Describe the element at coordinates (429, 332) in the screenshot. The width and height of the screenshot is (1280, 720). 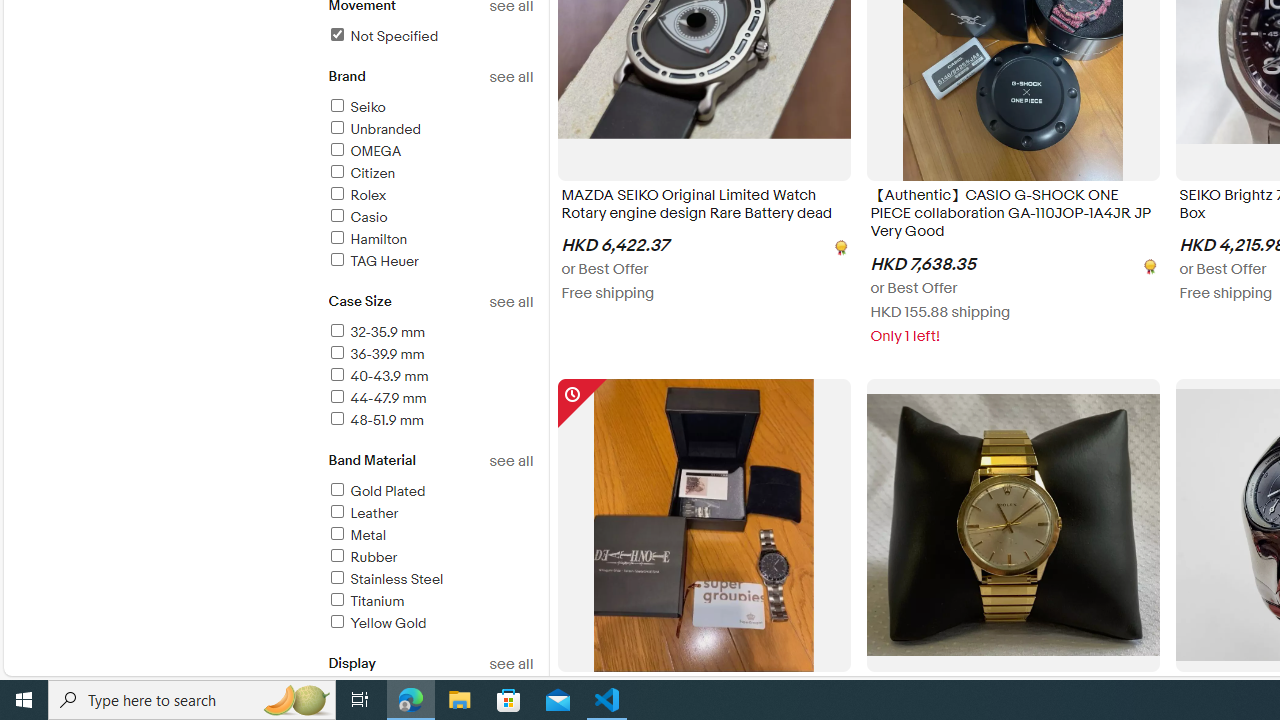
I see `'32-35.9 mm'` at that location.